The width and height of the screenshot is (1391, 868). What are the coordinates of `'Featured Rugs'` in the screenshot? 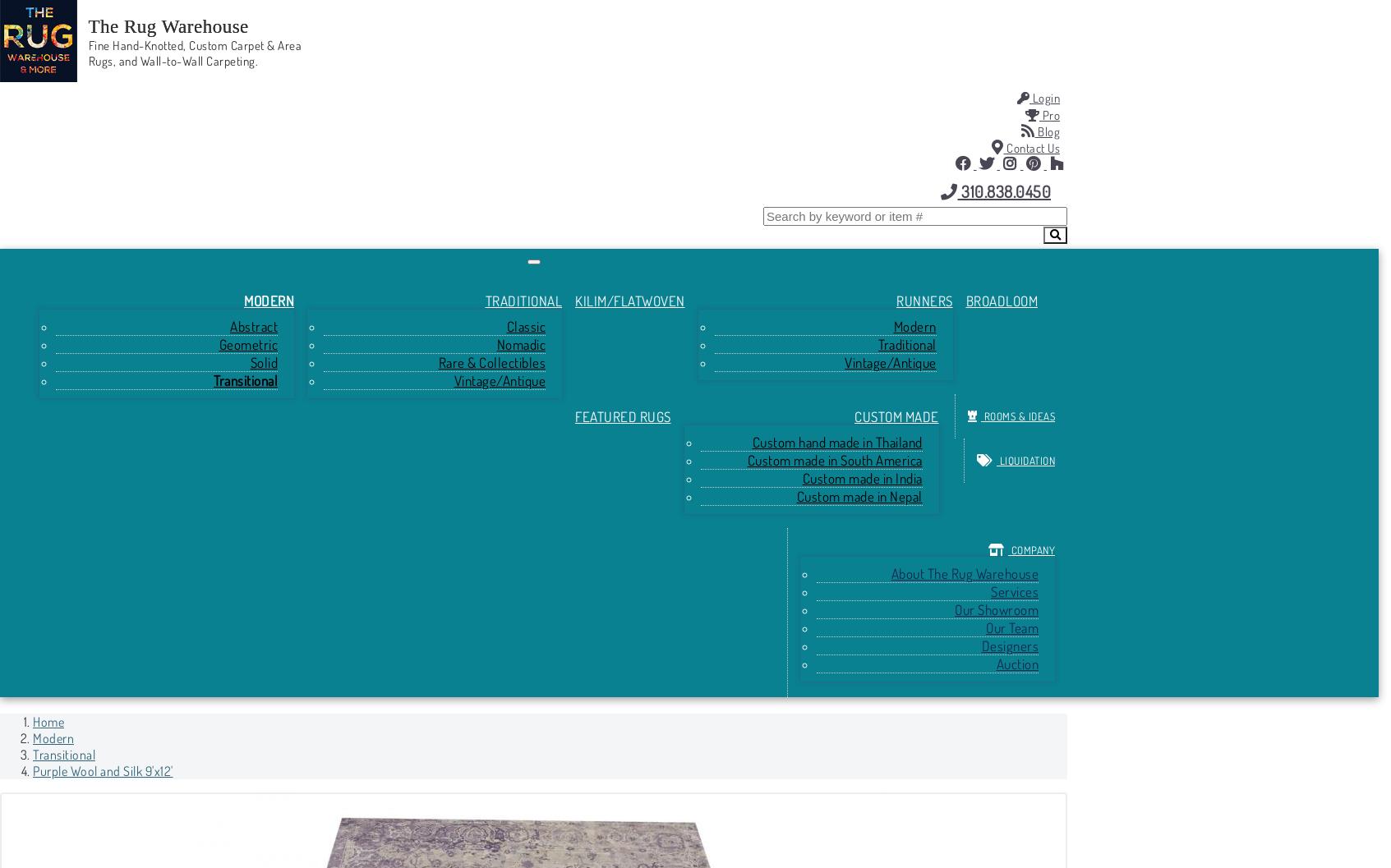 It's located at (622, 416).